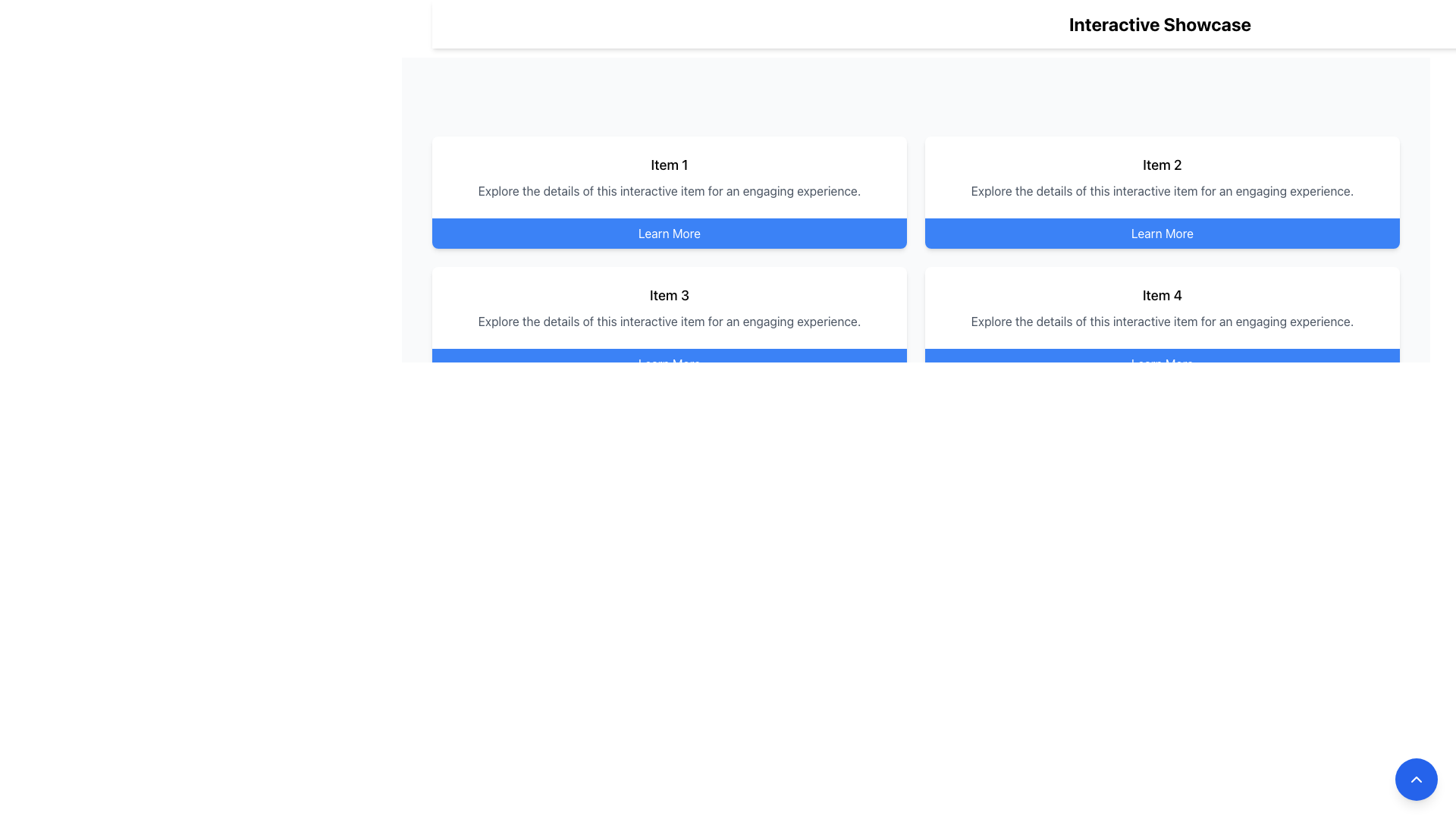  I want to click on the text element that reads 'Explore the details of this interactive item for an engaging experience.' located below 'Item 1' and above the 'Learn More' button in the card interface, so click(669, 190).